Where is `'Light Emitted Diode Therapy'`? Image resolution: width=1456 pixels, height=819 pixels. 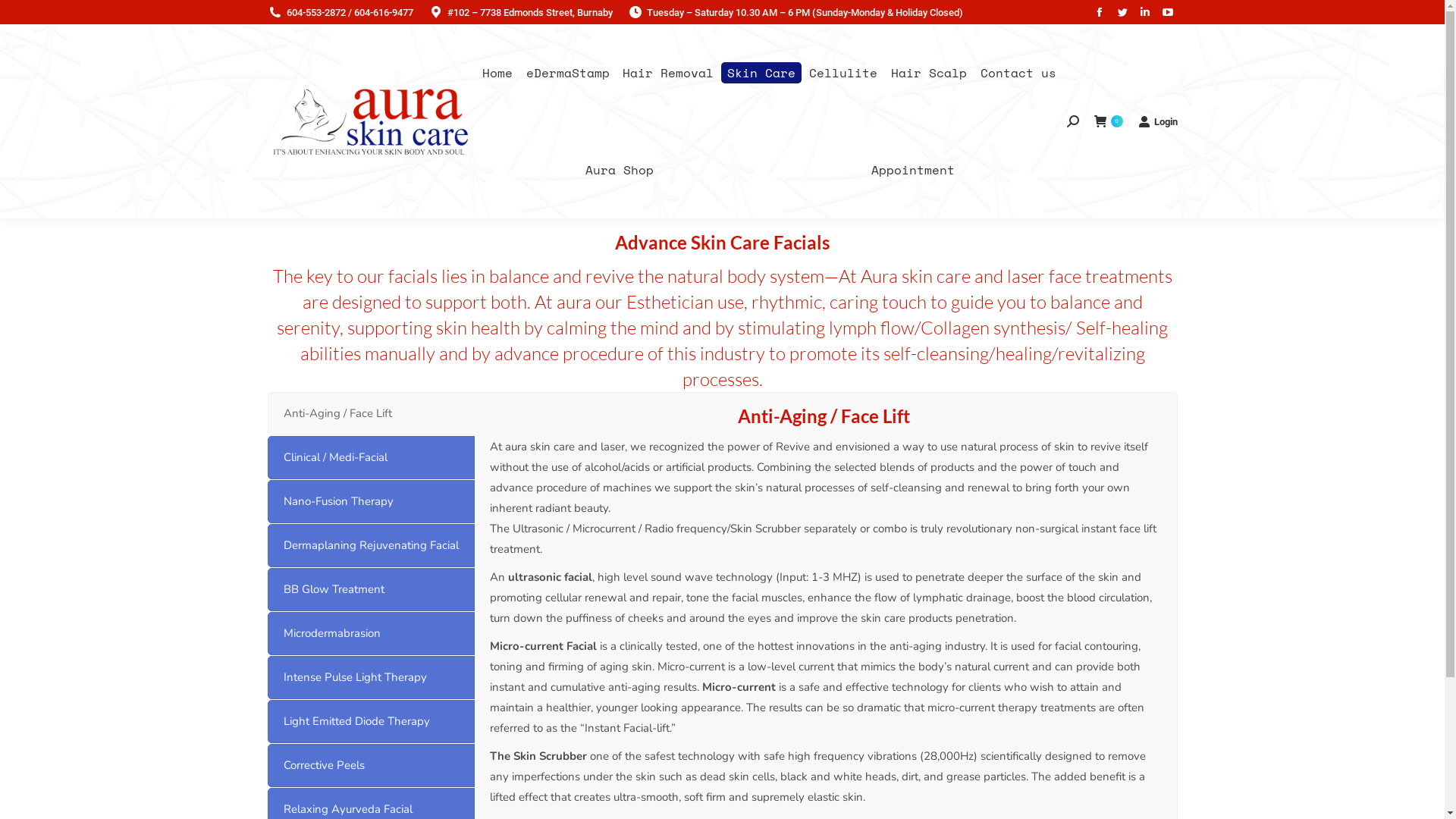
'Light Emitted Diode Therapy' is located at coordinates (370, 720).